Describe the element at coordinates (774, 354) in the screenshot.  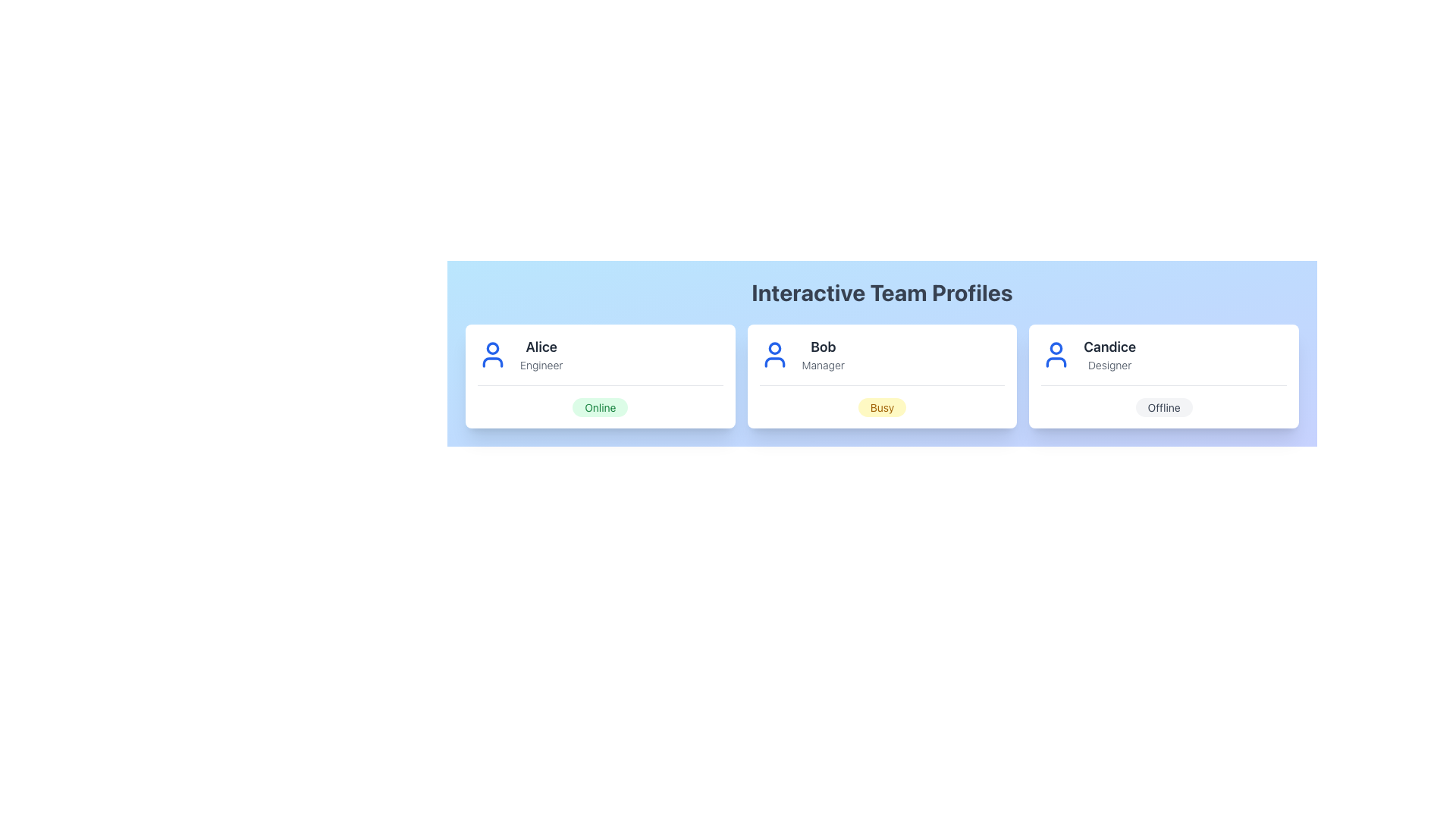
I see `the blue user icon representing a person, which is located in the second profile card from the left, positioned above the name 'Bob' and the role 'Manager'` at that location.